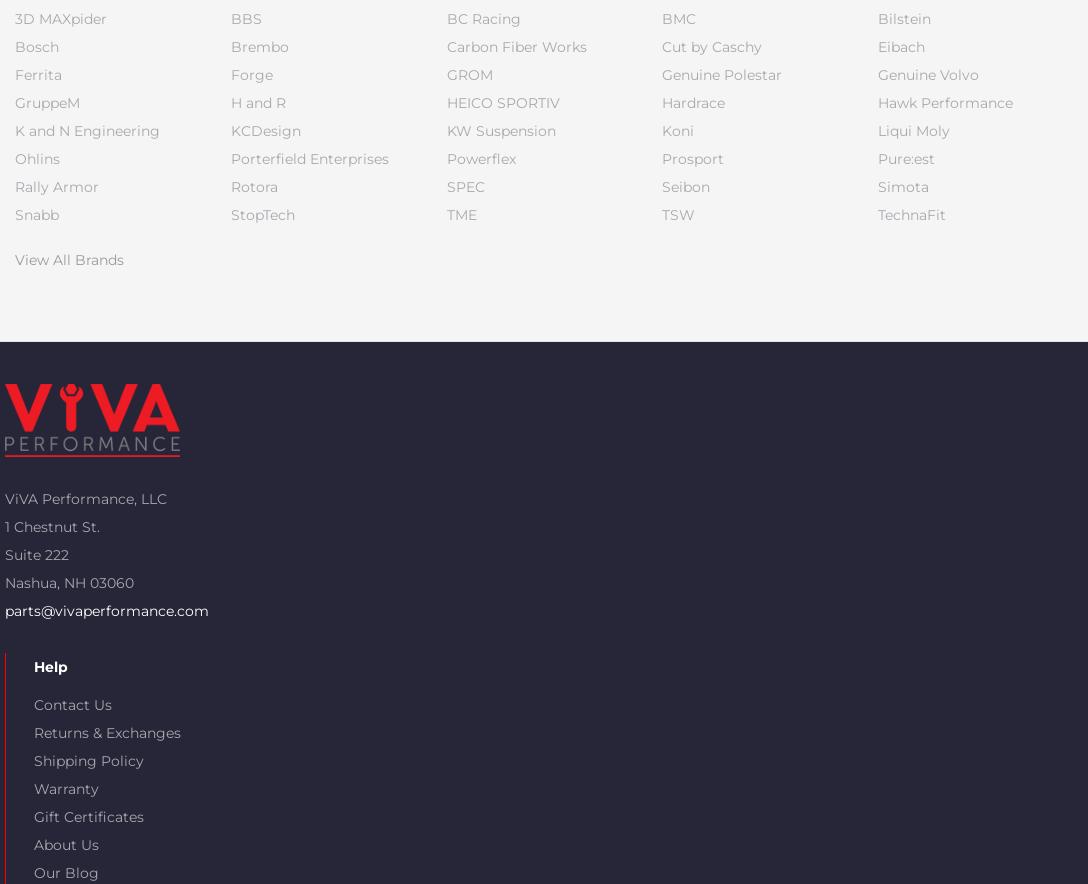 The image size is (1088, 884). What do you see at coordinates (36, 553) in the screenshot?
I see `'Suite 222'` at bounding box center [36, 553].